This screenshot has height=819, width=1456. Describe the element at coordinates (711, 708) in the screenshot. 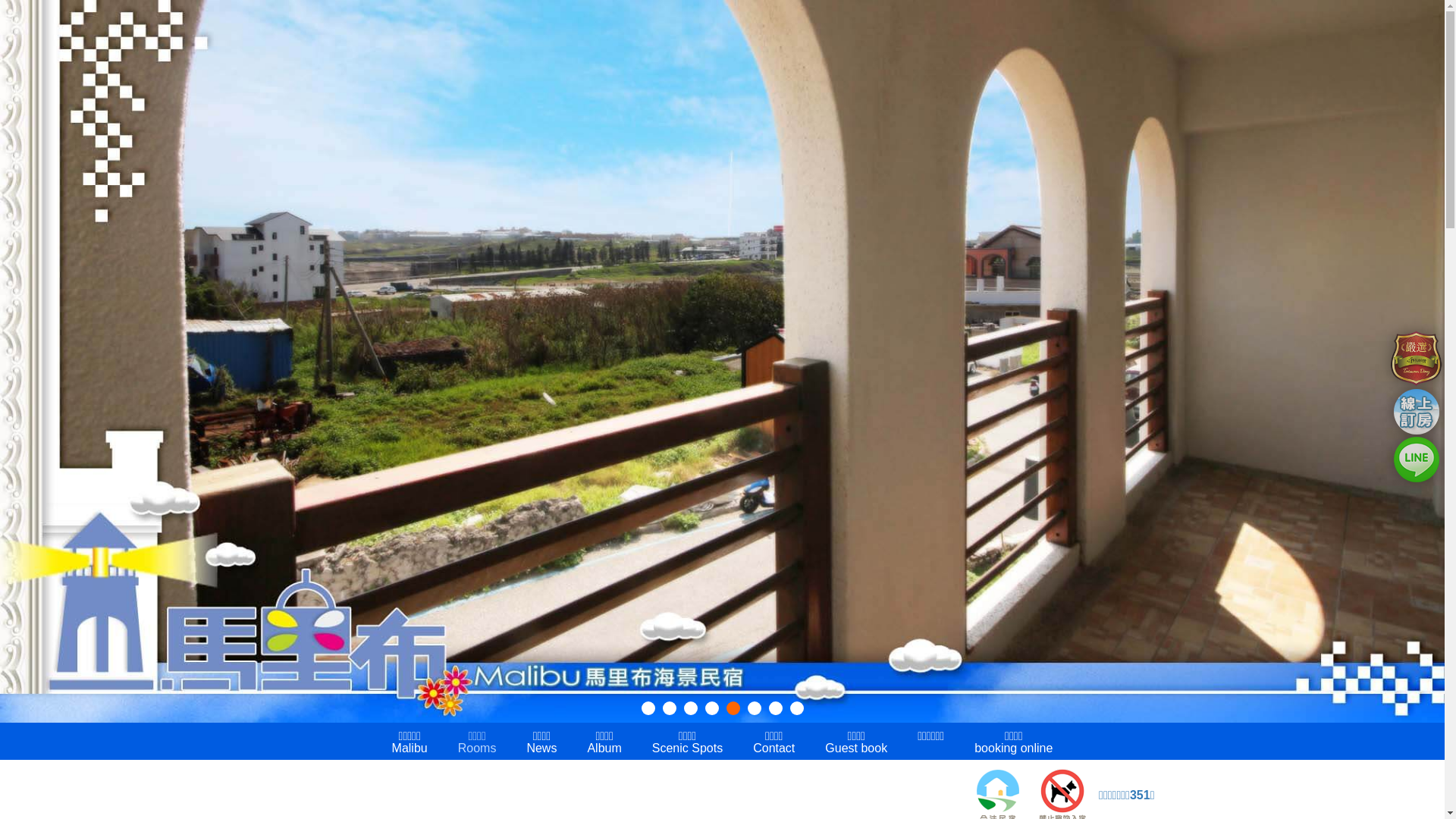

I see `'4'` at that location.